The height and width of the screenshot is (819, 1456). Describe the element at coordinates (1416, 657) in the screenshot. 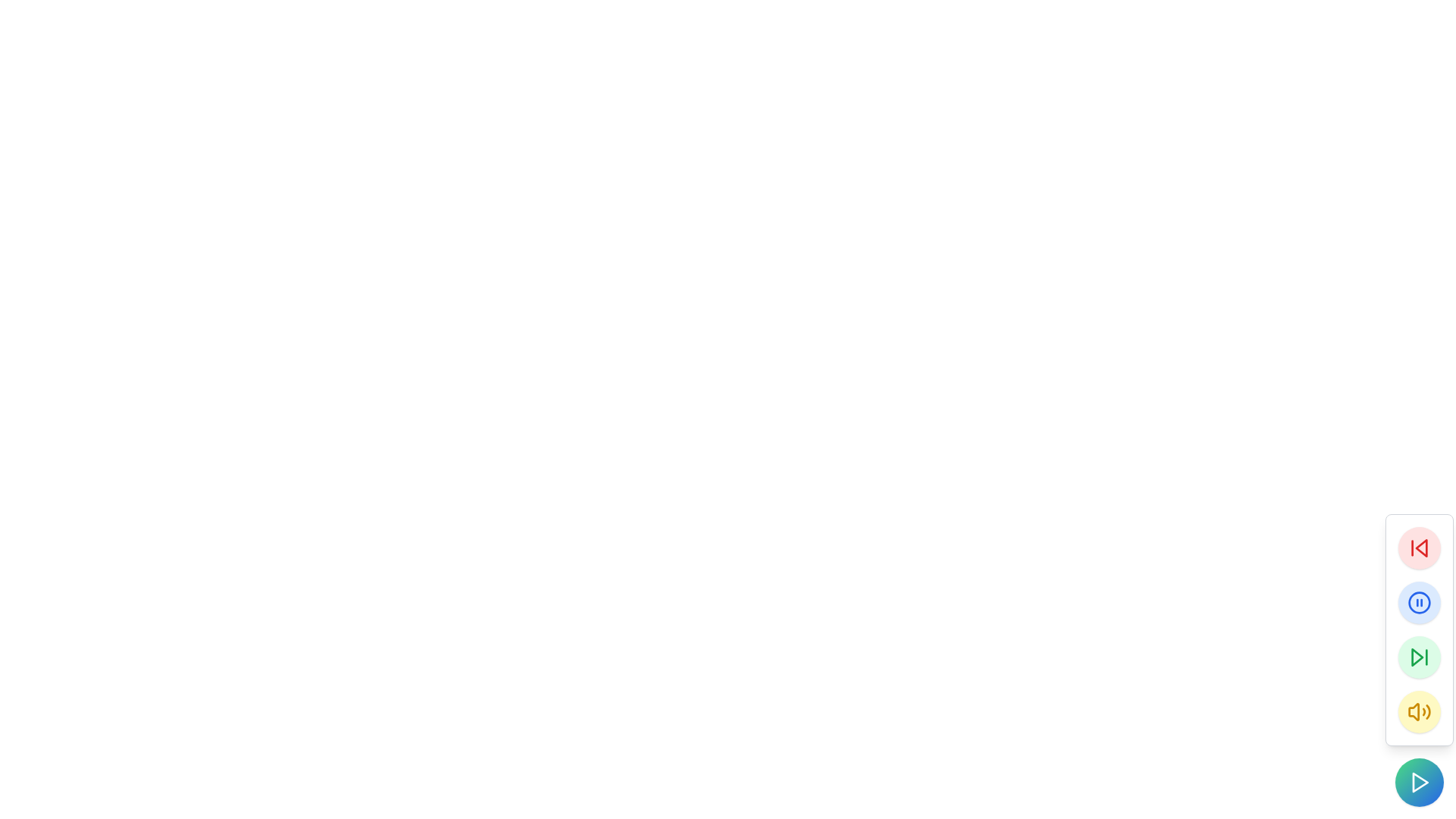

I see `the triangular-shaped Iconic Button, which is the third button from the top in a vertical stack on the right edge of the interface, to skip forward` at that location.